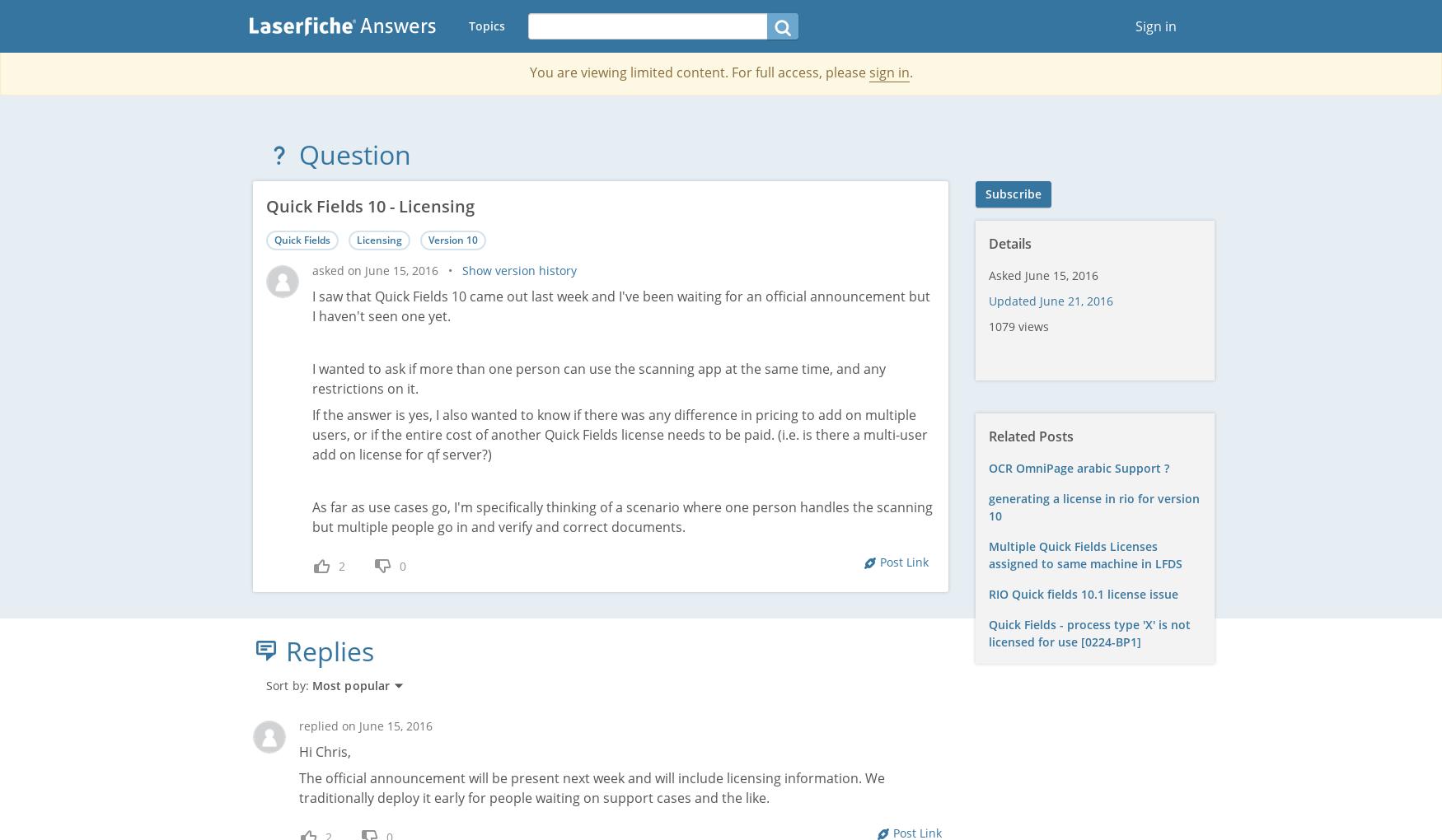  I want to click on 'Updated June 21, 2016', so click(988, 300).